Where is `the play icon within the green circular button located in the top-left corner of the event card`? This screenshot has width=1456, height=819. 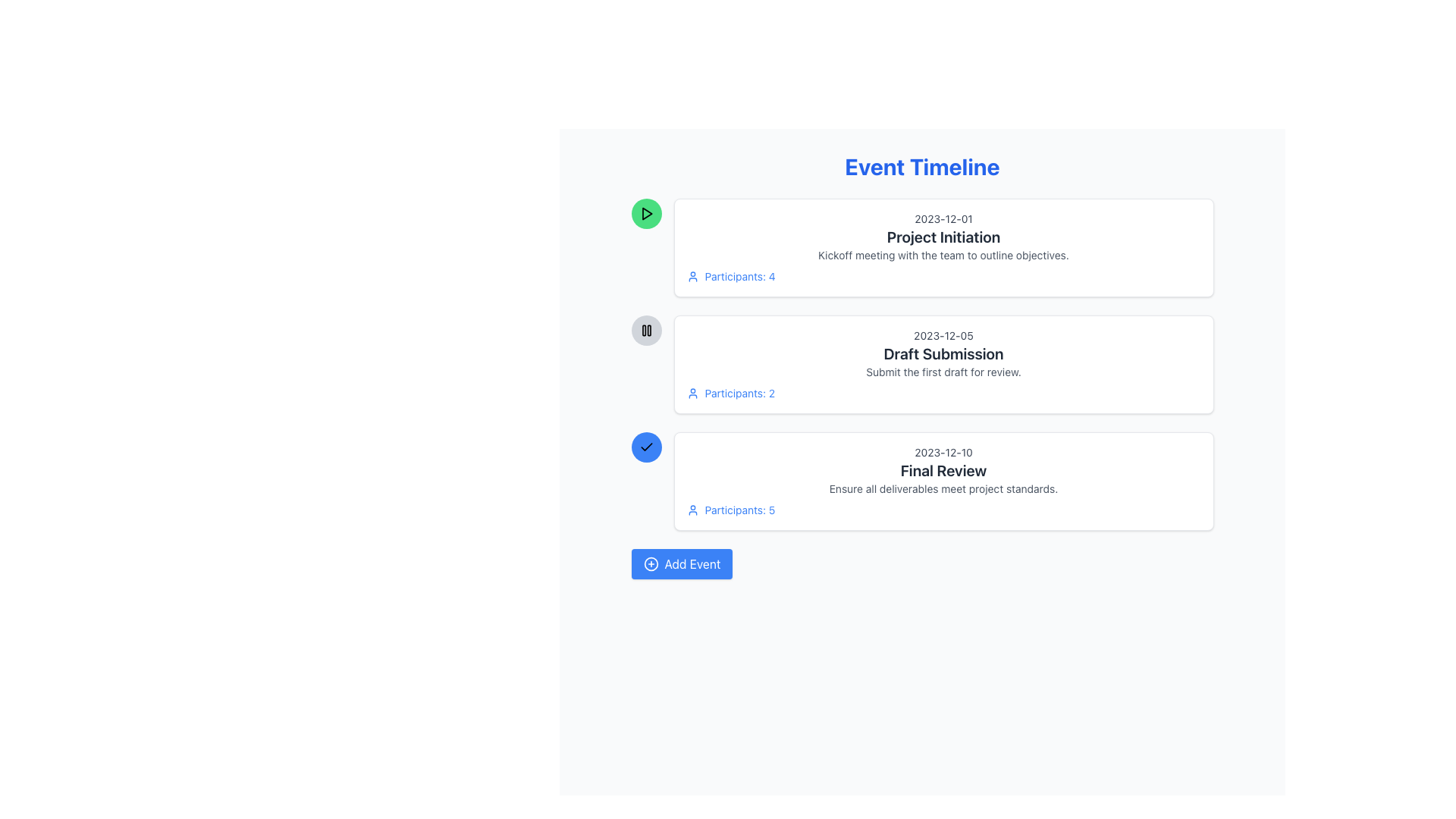 the play icon within the green circular button located in the top-left corner of the event card is located at coordinates (647, 213).